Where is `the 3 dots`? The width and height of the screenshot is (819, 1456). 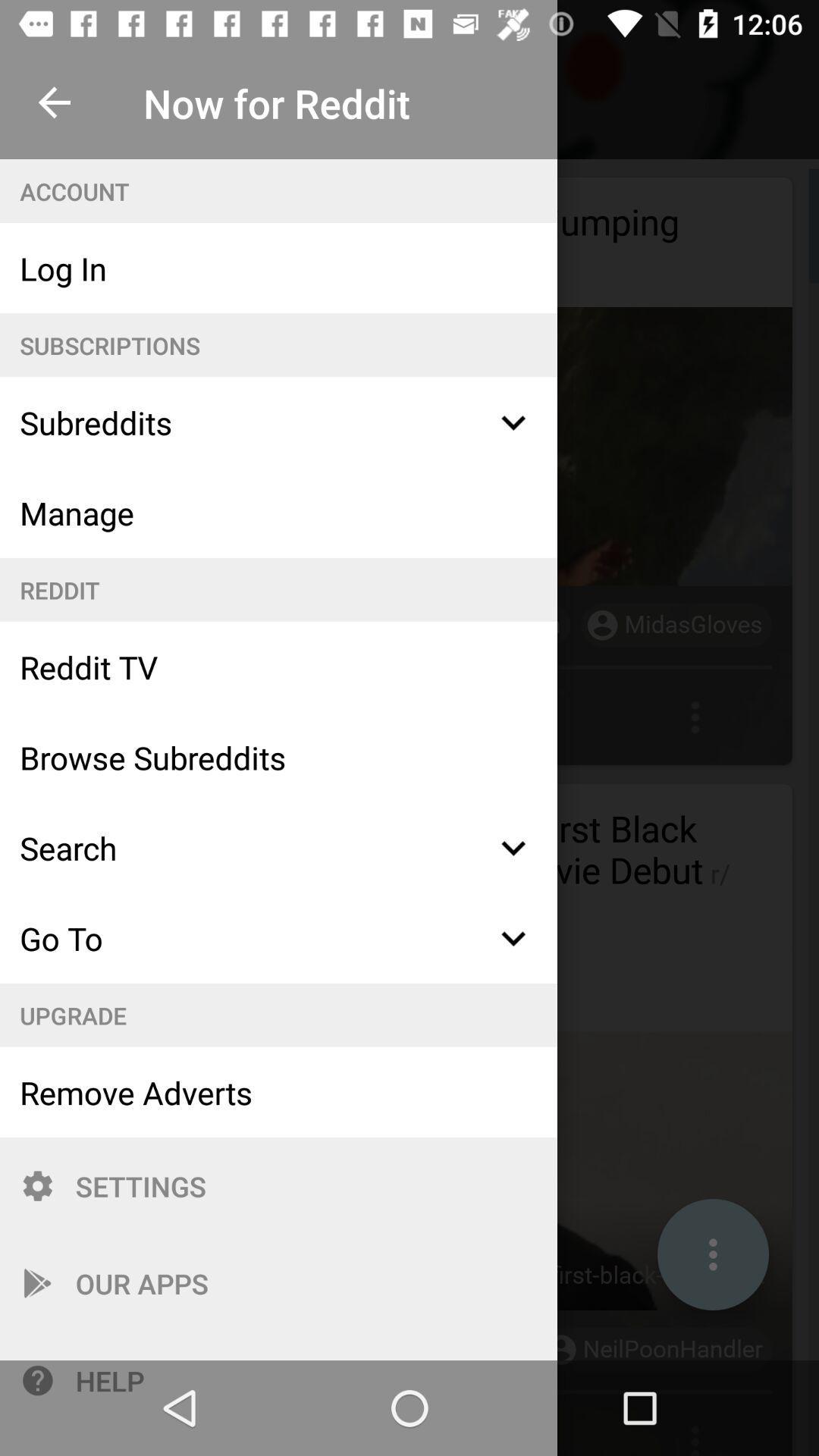
the 3 dots is located at coordinates (713, 1254).